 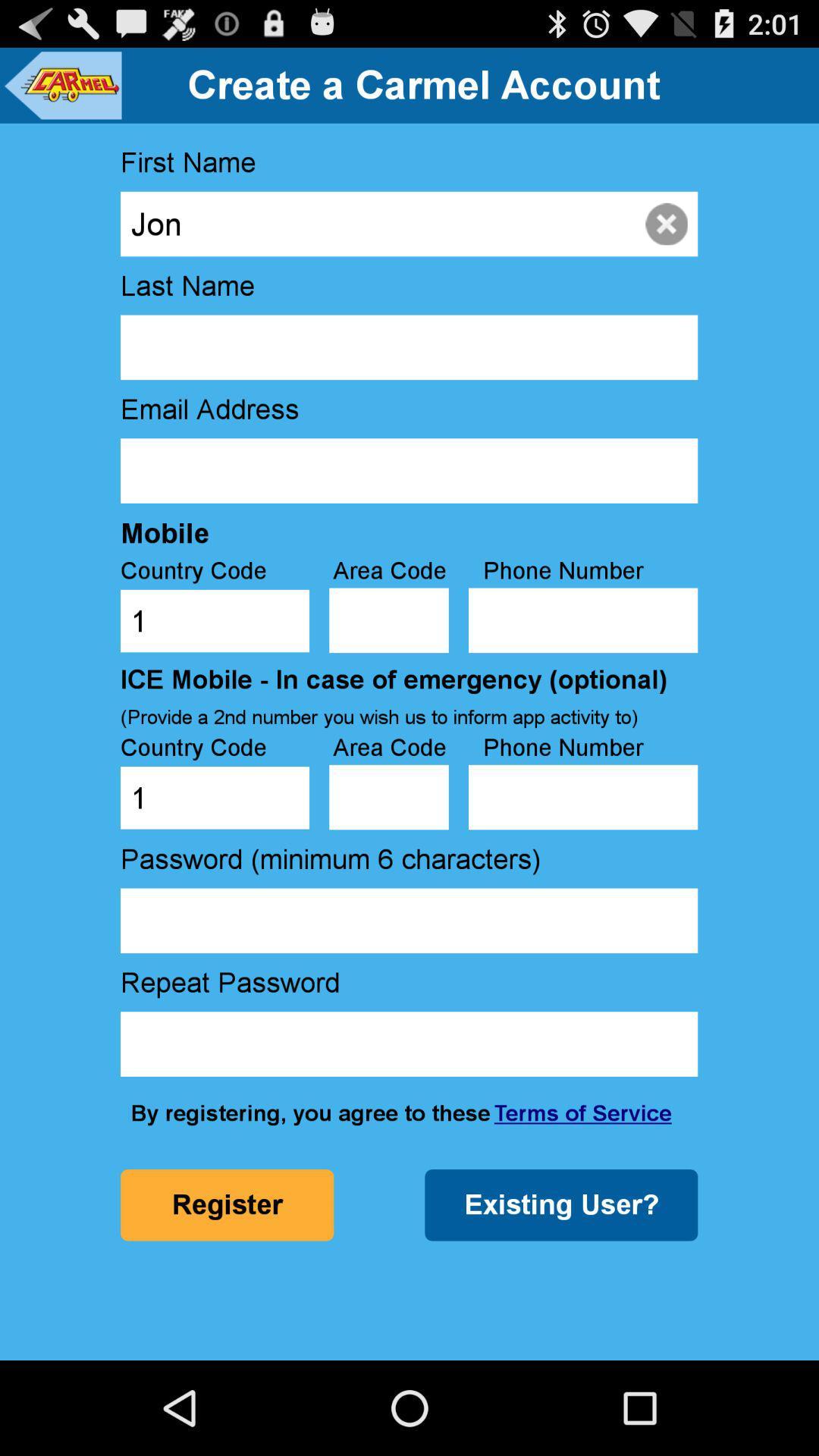 What do you see at coordinates (227, 1204) in the screenshot?
I see `the icon below by registering you item` at bounding box center [227, 1204].